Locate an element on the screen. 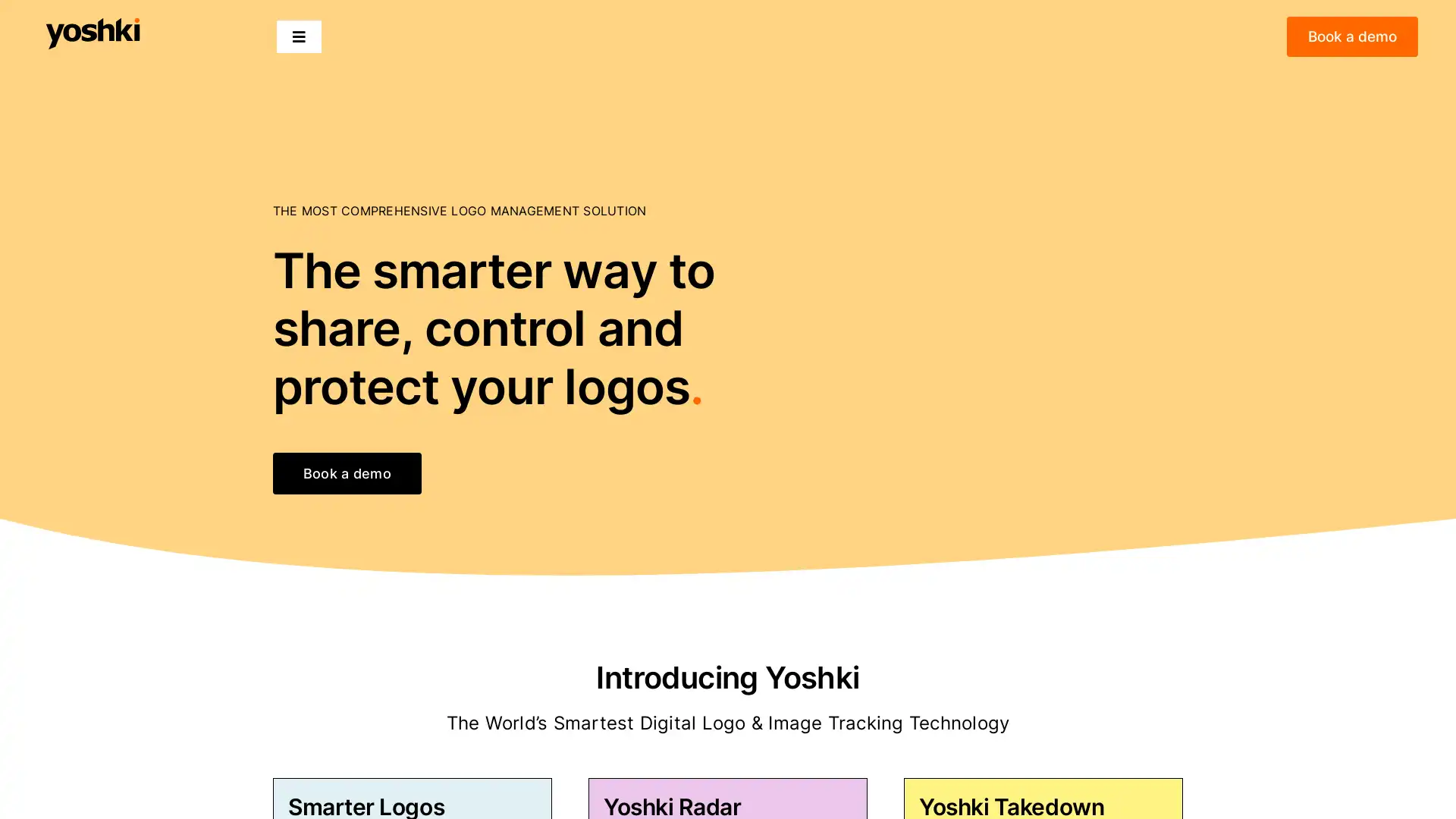 The width and height of the screenshot is (1456, 819). Toggle Navigation is located at coordinates (299, 36).